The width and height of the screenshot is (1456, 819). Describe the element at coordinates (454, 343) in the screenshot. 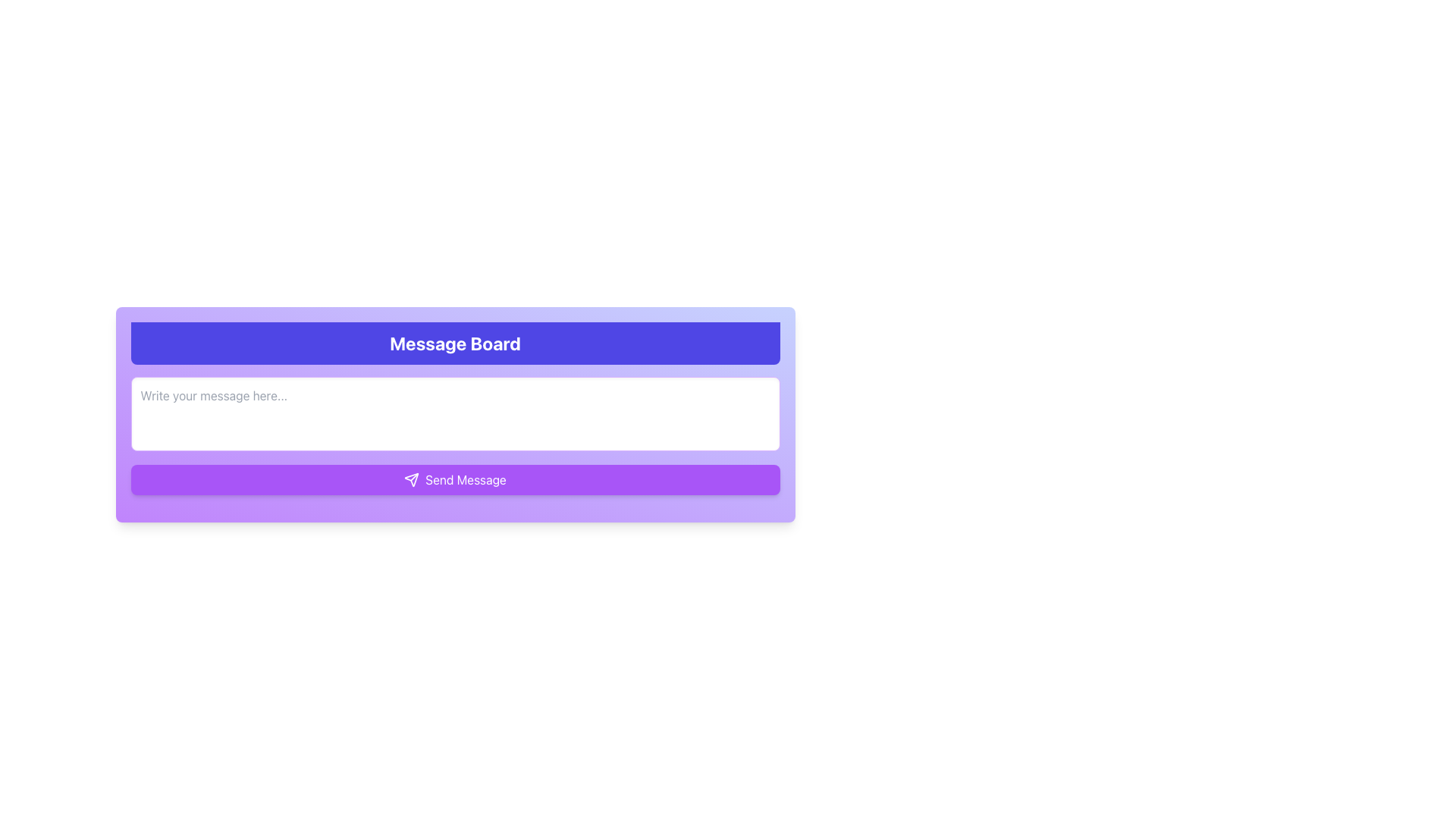

I see `the Title Header element, which is a blue bar with rounded corners containing the white text 'Message Board', positioned at the top of the panel` at that location.